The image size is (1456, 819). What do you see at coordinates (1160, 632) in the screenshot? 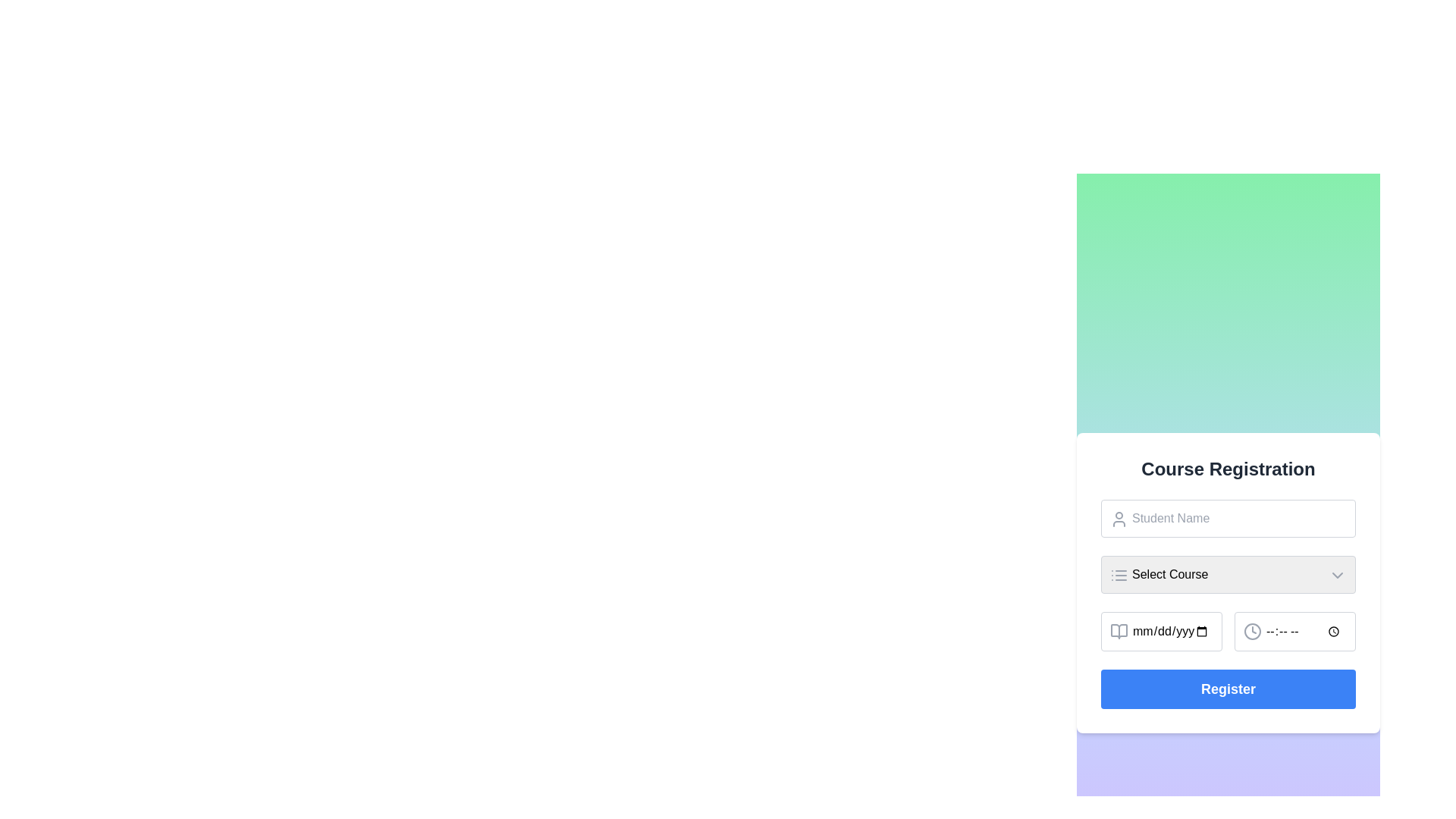
I see `the calendar icon on the right side of the date picker input field in the 'Course Registration' form` at bounding box center [1160, 632].